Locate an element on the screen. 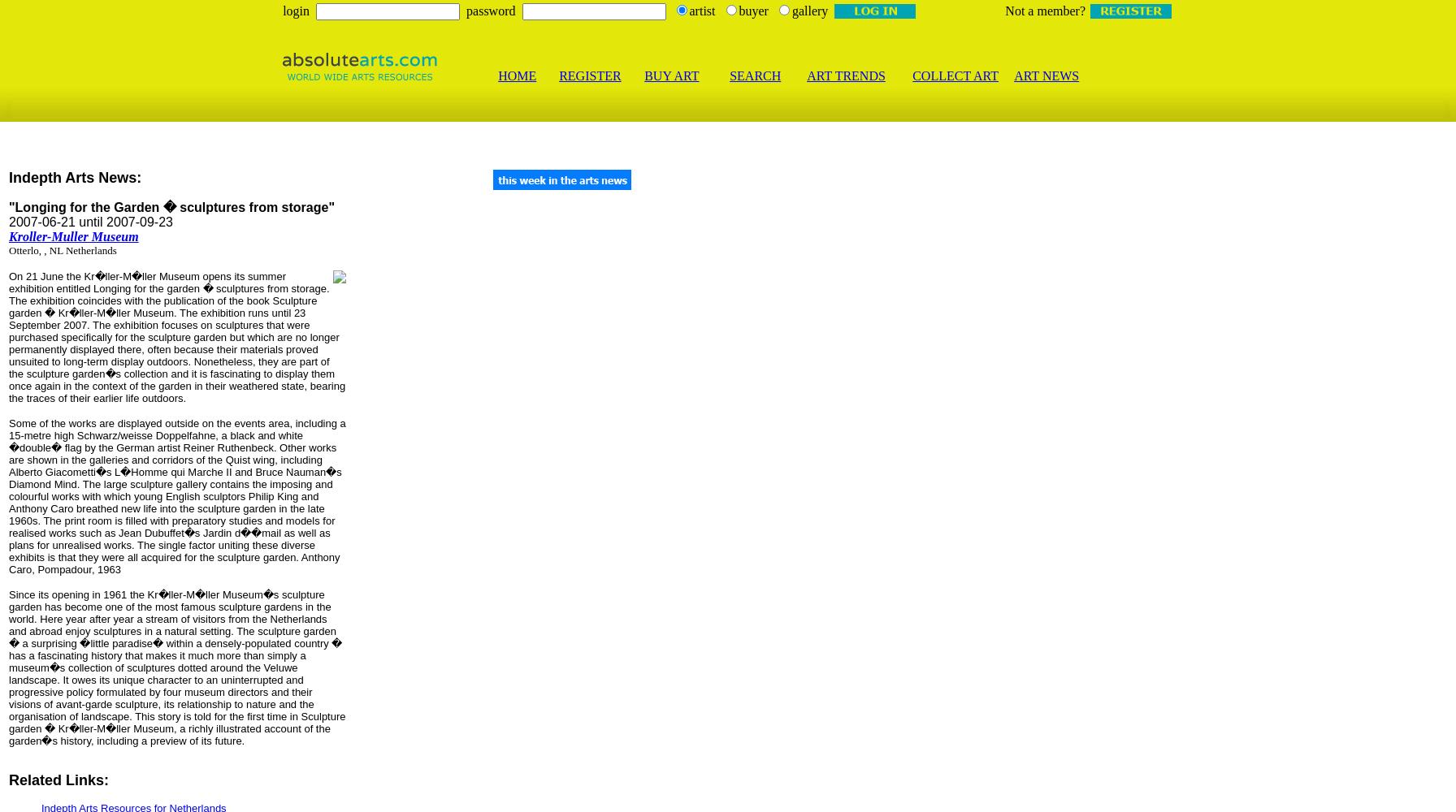 This screenshot has height=812, width=1456. 'COLLECT ART' is located at coordinates (955, 75).